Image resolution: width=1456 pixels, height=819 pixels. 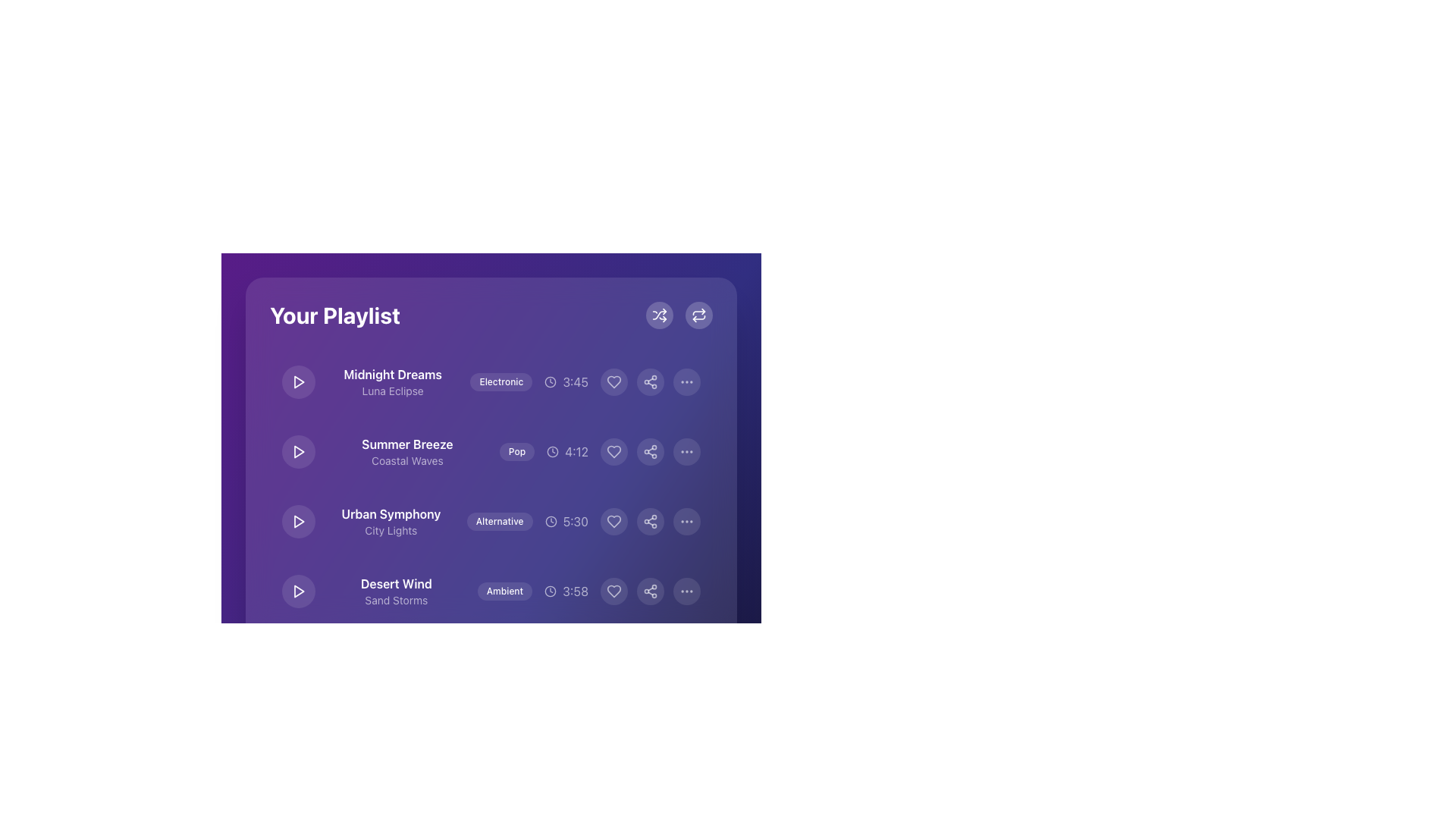 What do you see at coordinates (407, 444) in the screenshot?
I see `the static text label that identifies the second entry of the playlist, located above the text 'Coastal Waves'` at bounding box center [407, 444].